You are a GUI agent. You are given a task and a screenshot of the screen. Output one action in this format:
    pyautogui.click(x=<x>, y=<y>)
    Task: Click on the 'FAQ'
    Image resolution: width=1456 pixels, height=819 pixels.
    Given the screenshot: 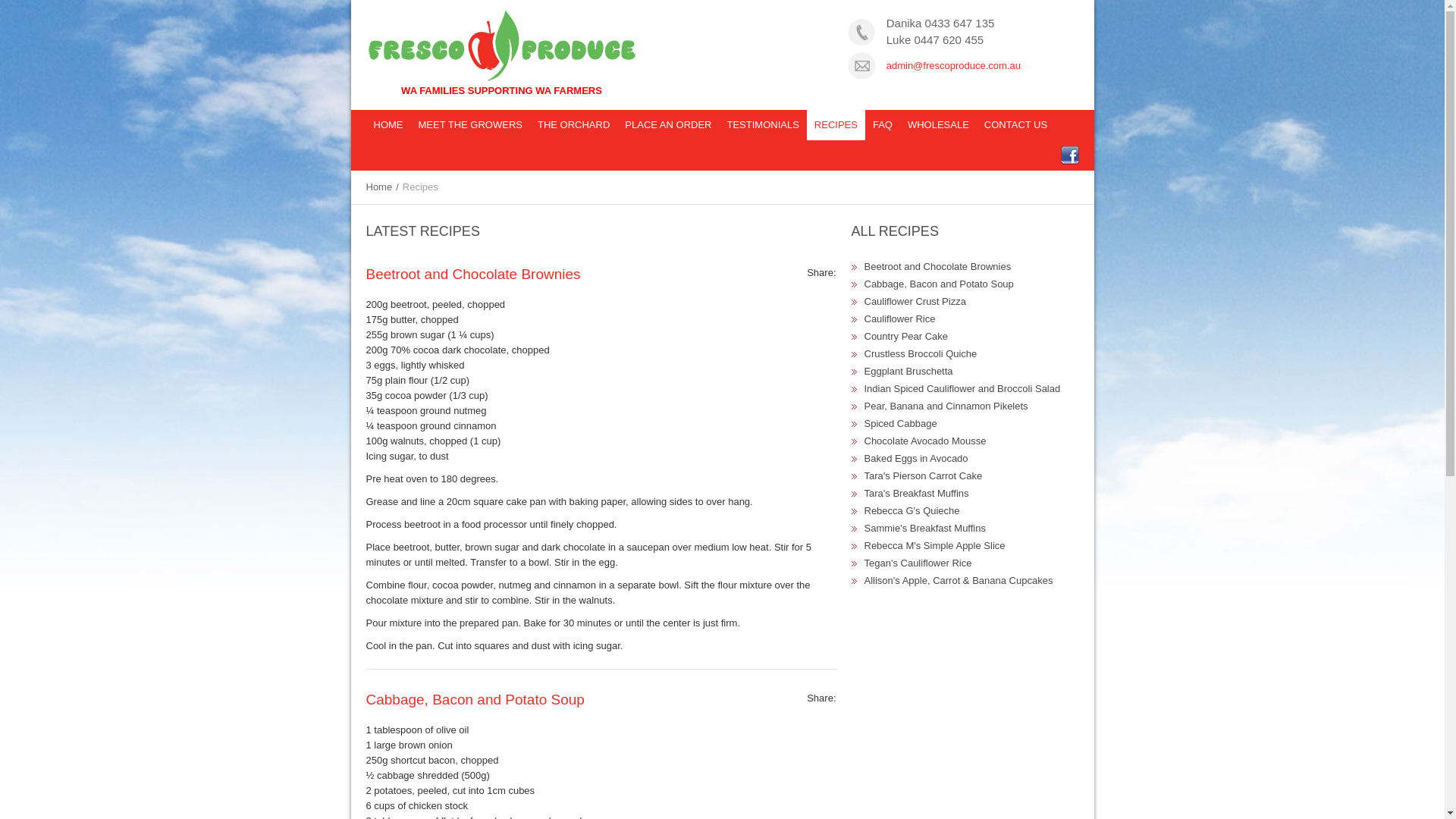 What is the action you would take?
    pyautogui.click(x=882, y=124)
    